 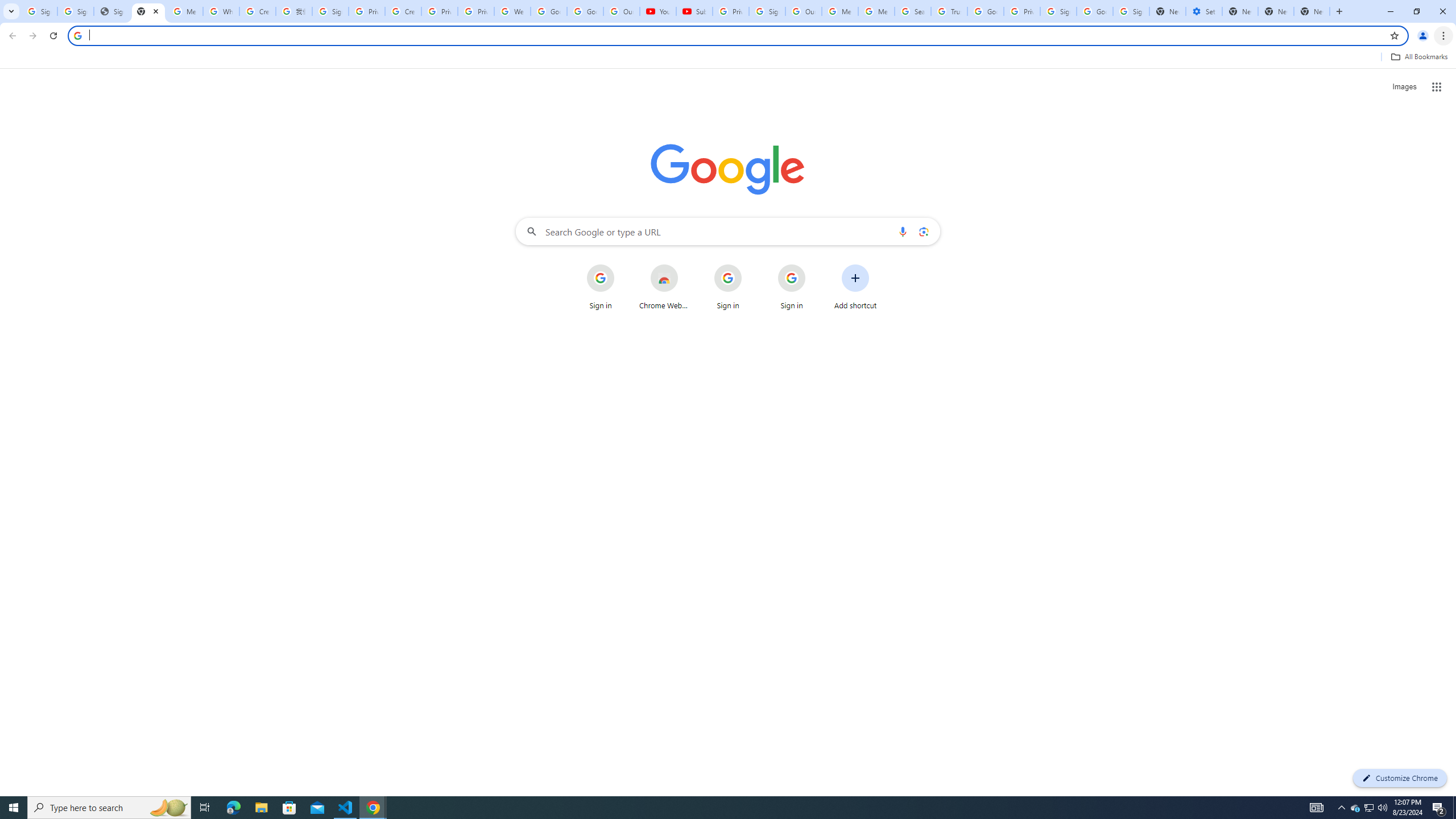 What do you see at coordinates (1203, 11) in the screenshot?
I see `'Settings - Performance'` at bounding box center [1203, 11].